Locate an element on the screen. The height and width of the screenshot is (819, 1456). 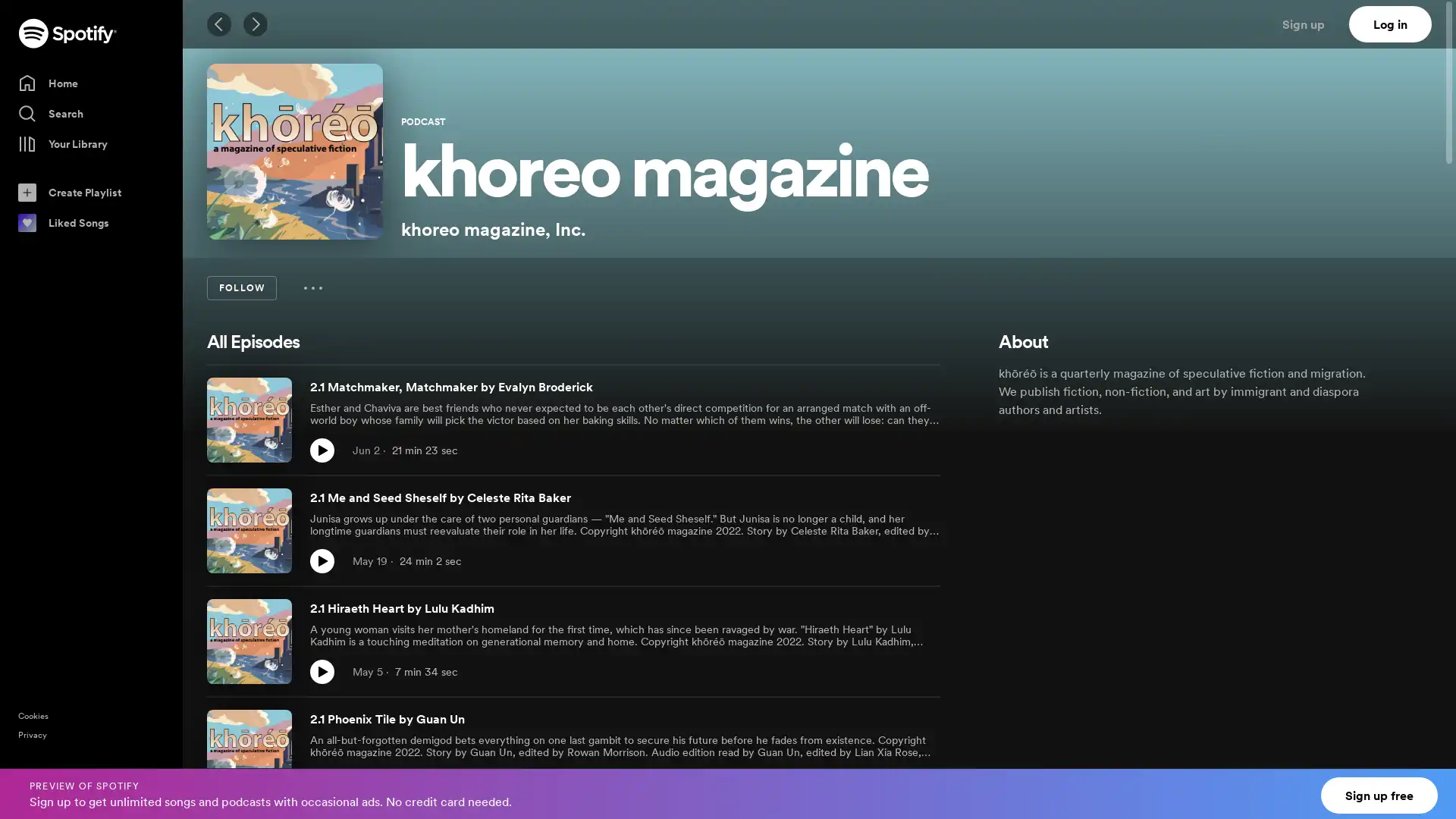
Close is located at coordinates (1430, 784).